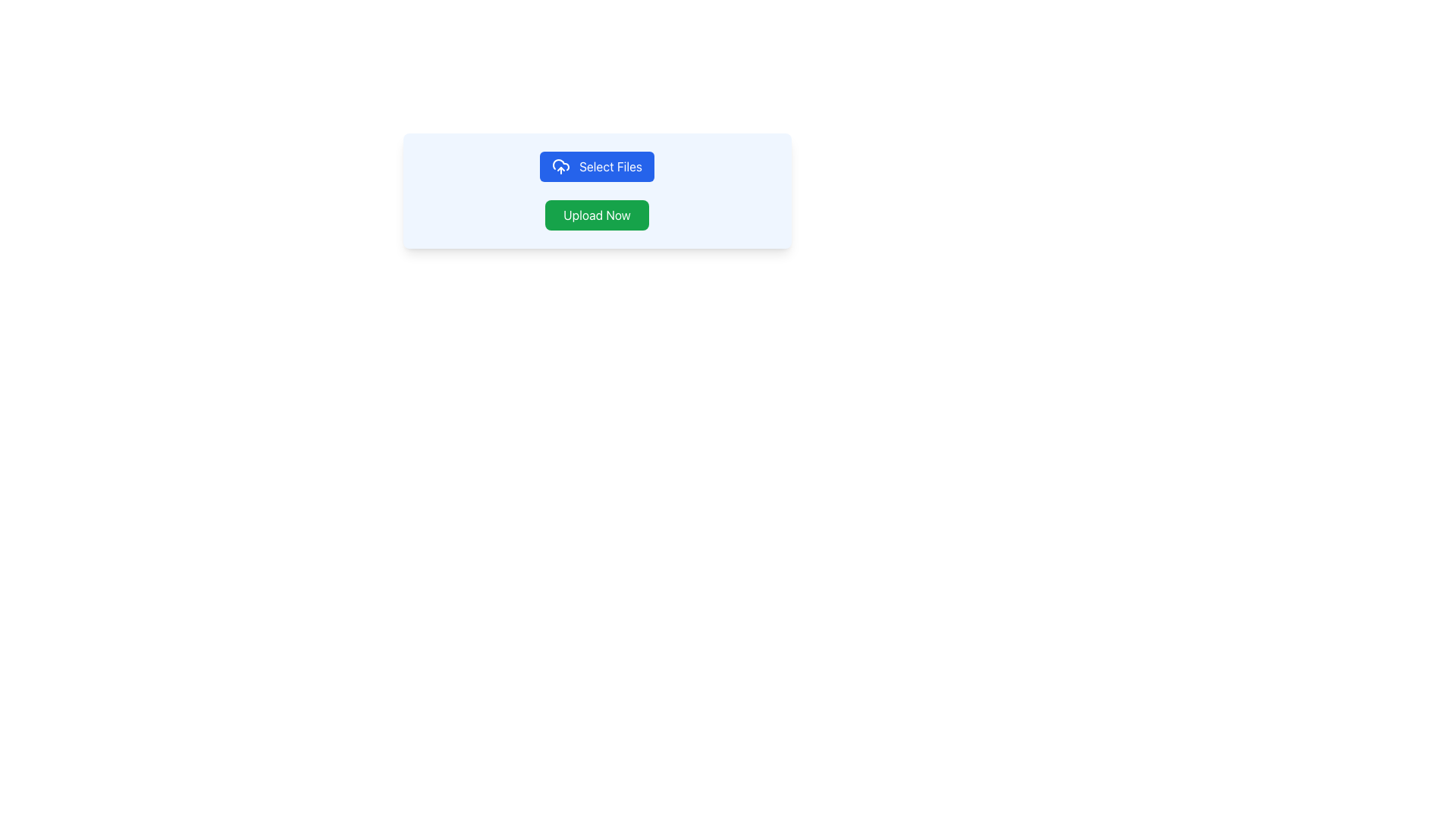  What do you see at coordinates (560, 166) in the screenshot?
I see `the cloud-shaped icon with an upward arrow, which is located within the 'Select Files' button, positioned to the left of the button text` at bounding box center [560, 166].